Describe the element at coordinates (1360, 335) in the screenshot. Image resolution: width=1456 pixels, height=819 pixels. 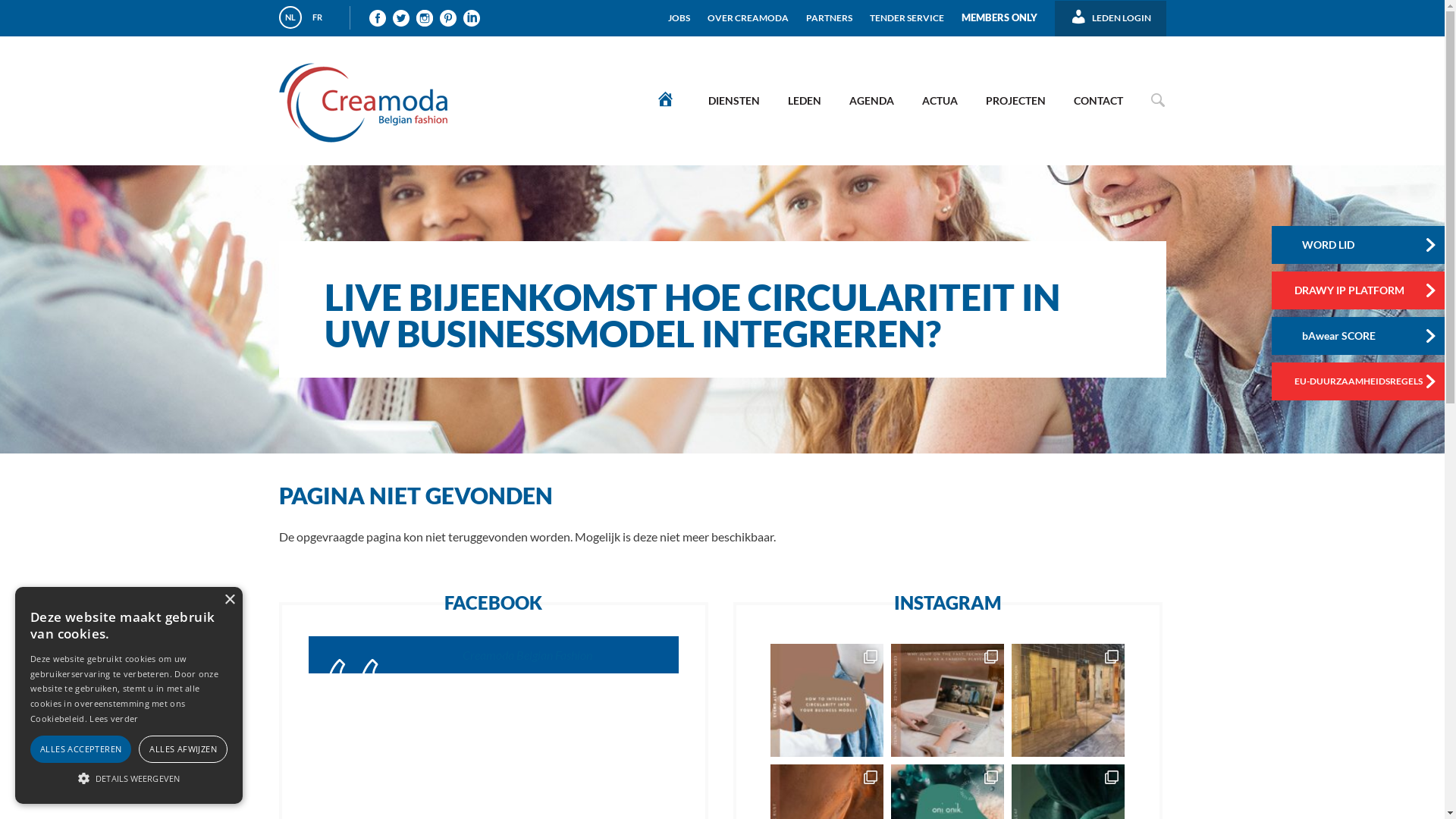
I see `'bAwear SCORE'` at that location.